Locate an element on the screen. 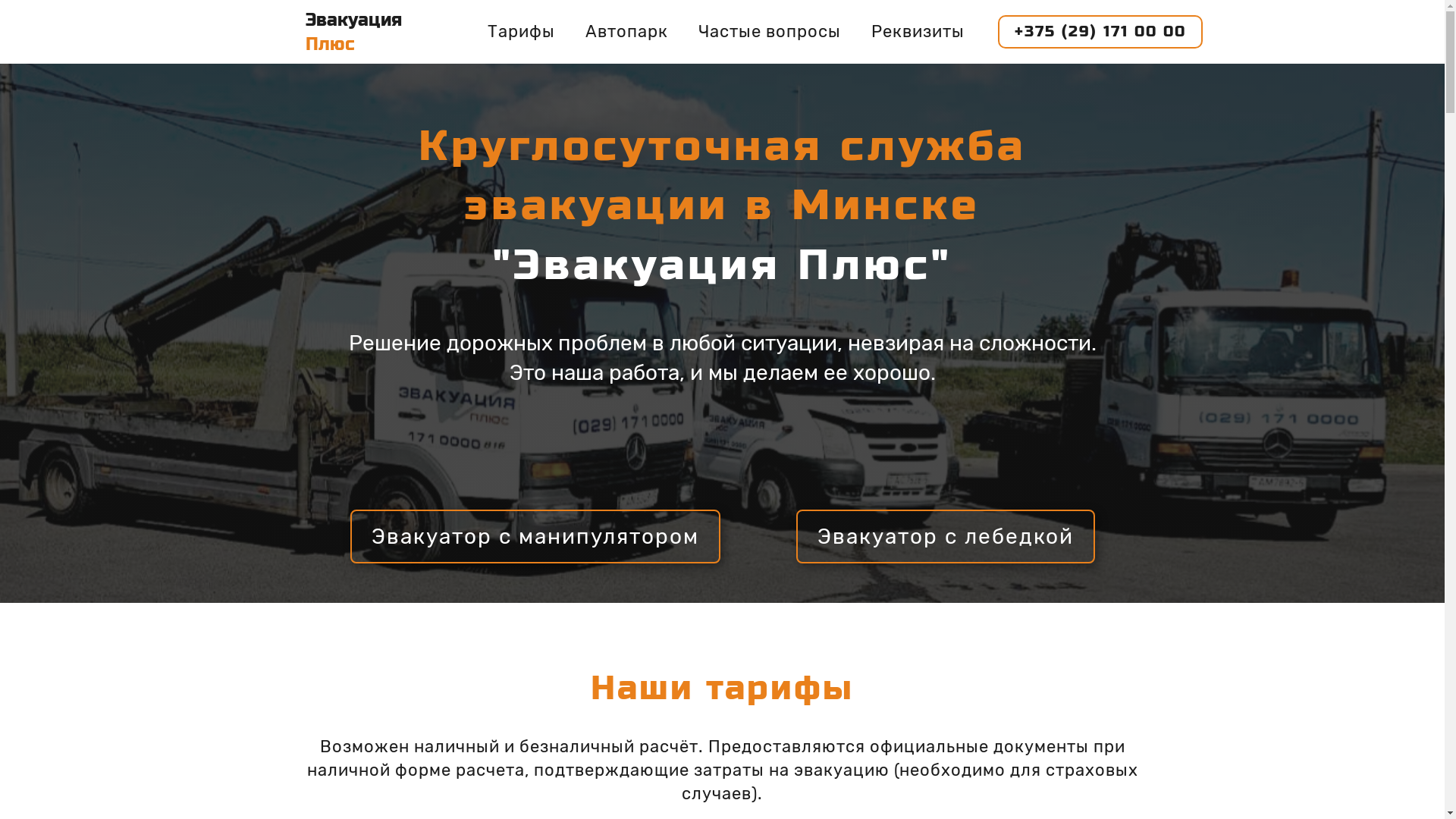 This screenshot has height=819, width=1456. '+375 (29) 171 00 00' is located at coordinates (1100, 32).